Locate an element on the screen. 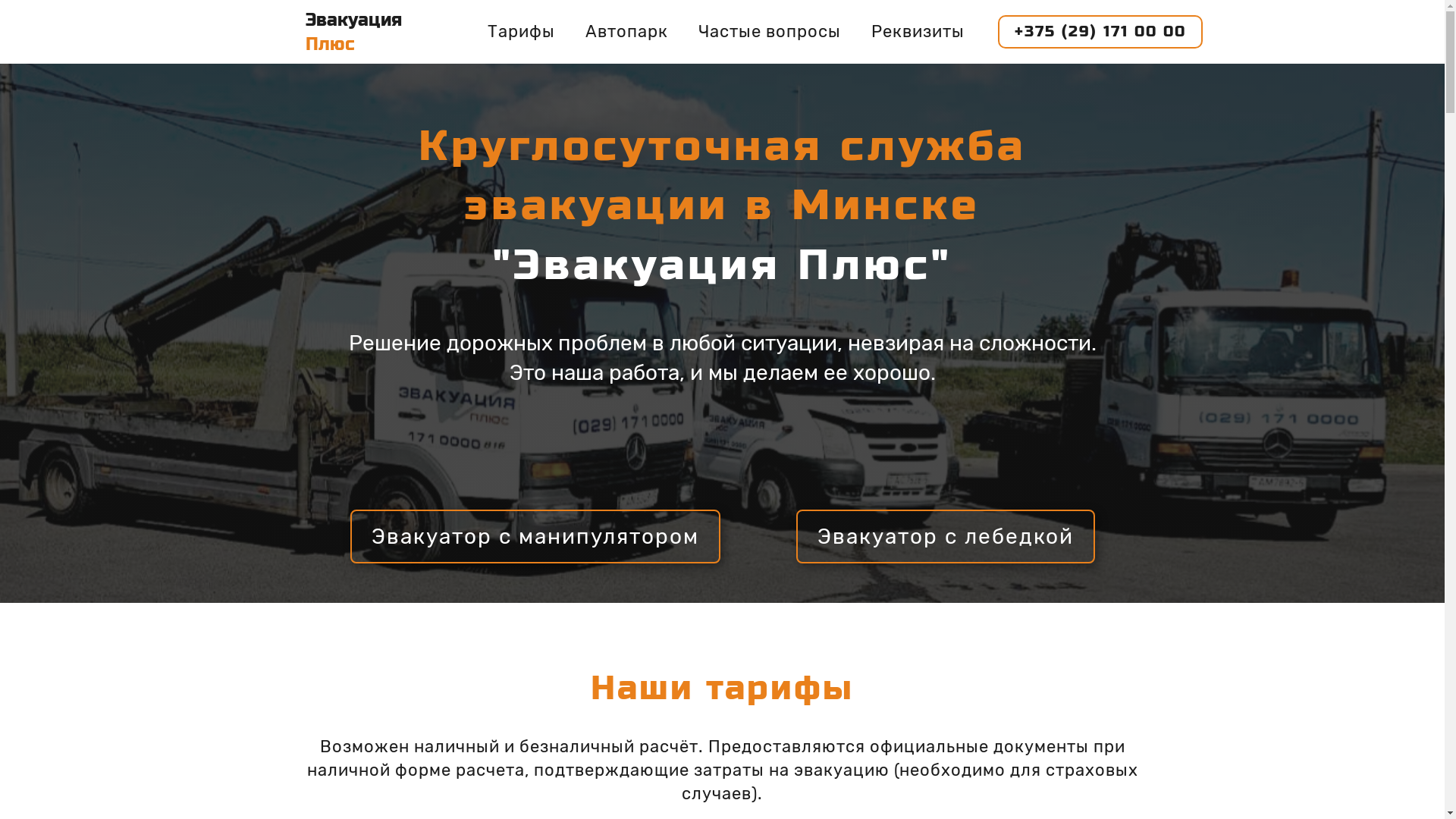 This screenshot has height=819, width=1456. '+375 (29) 171 00 00' is located at coordinates (1100, 32).